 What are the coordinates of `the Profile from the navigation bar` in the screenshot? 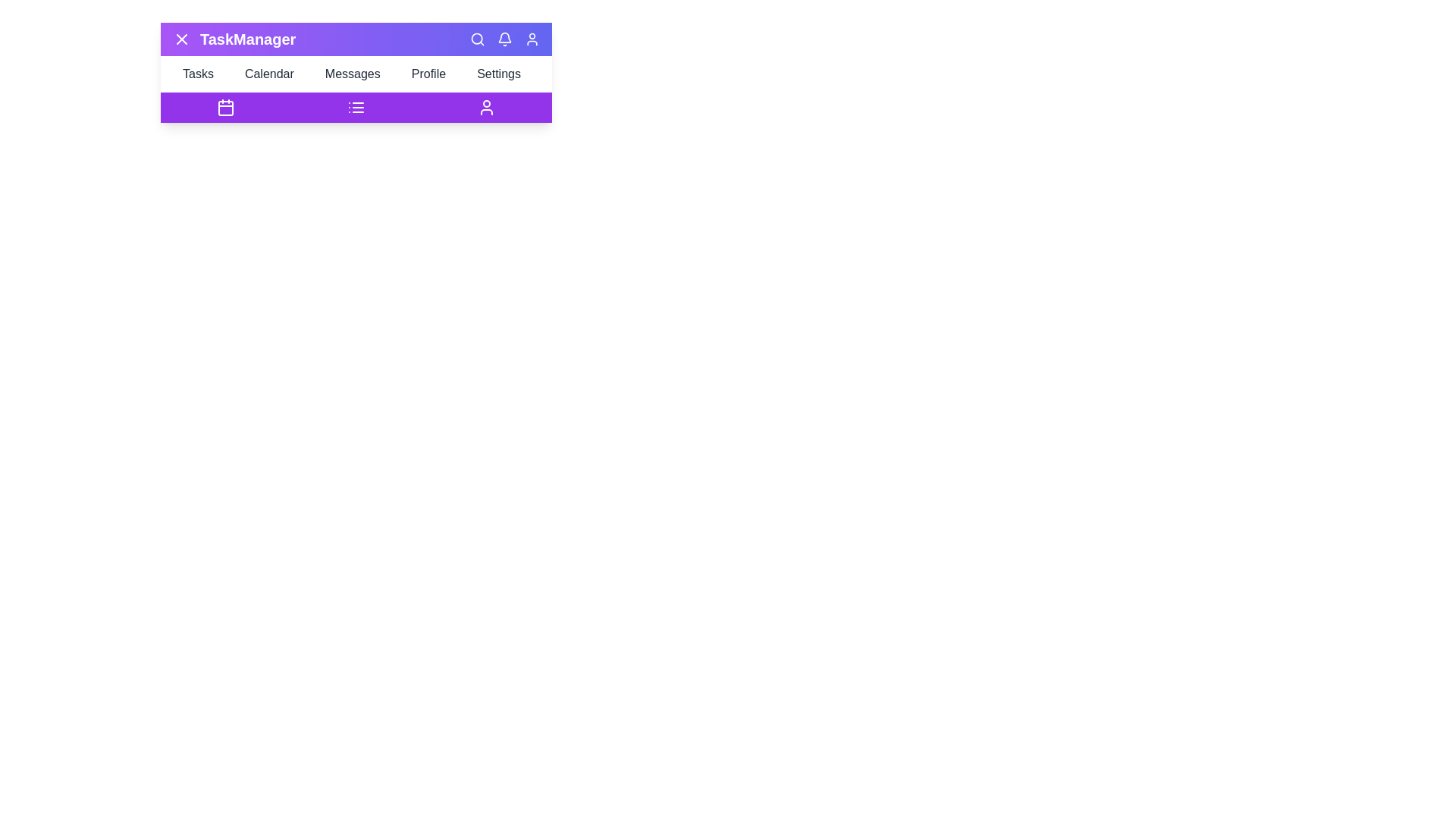 It's located at (432, 74).